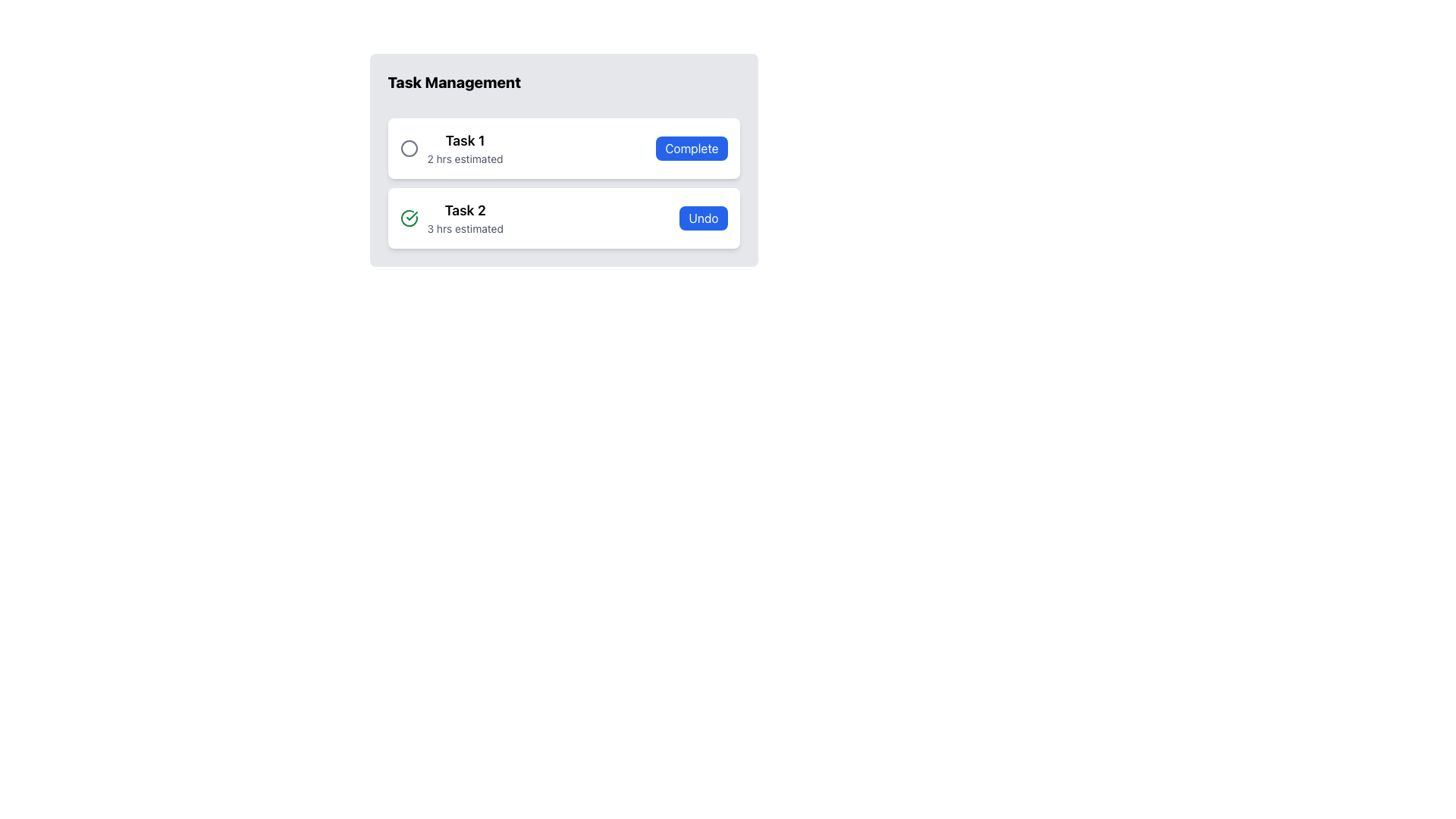 The width and height of the screenshot is (1456, 819). Describe the element at coordinates (409, 149) in the screenshot. I see `the circular gray icon located to the left of the 'Task 1' label in the first task row` at that location.